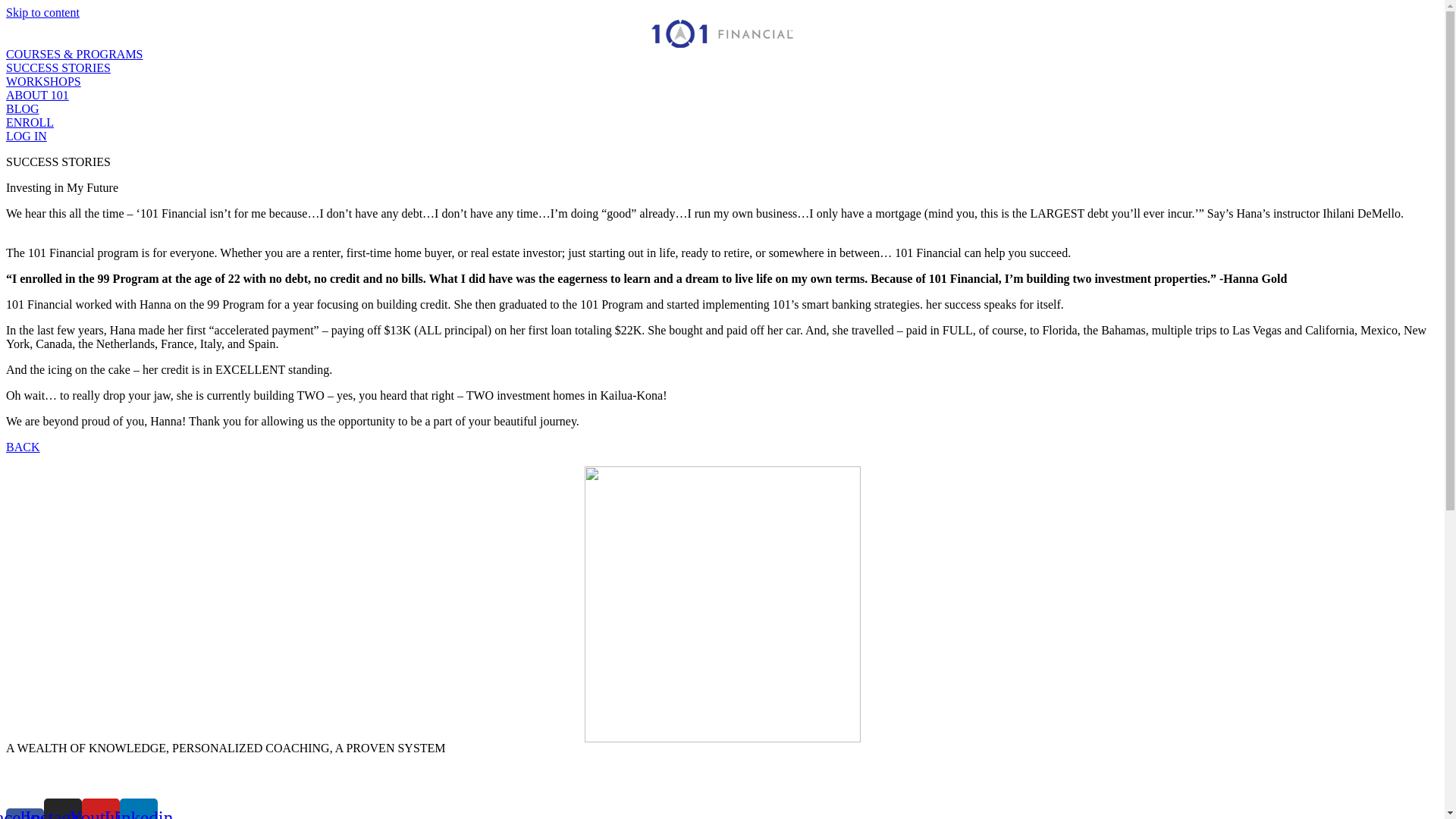 Image resolution: width=1456 pixels, height=819 pixels. I want to click on 'BACK', so click(22, 446).